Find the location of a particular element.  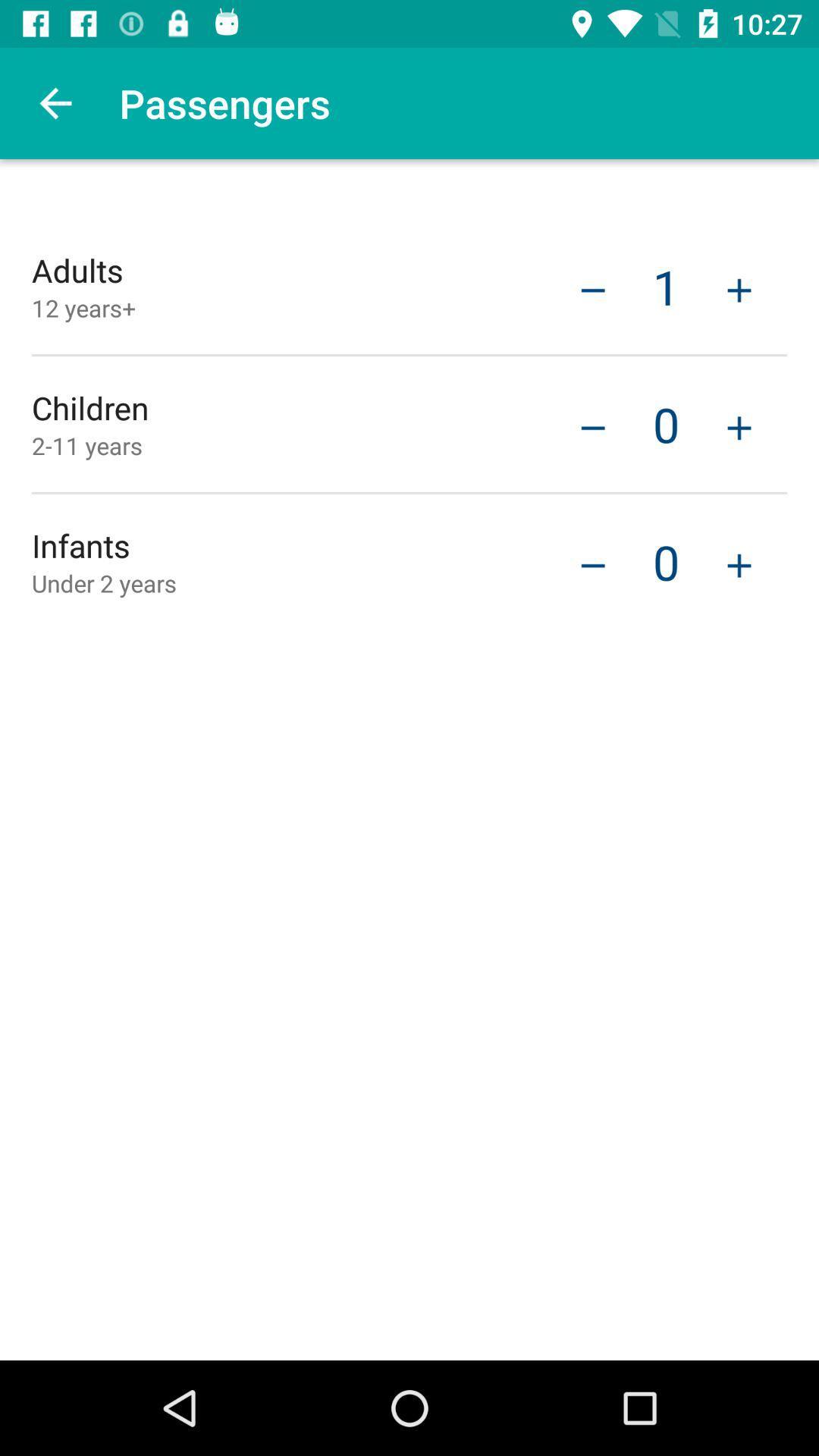

the icon next to 0 item is located at coordinates (592, 563).